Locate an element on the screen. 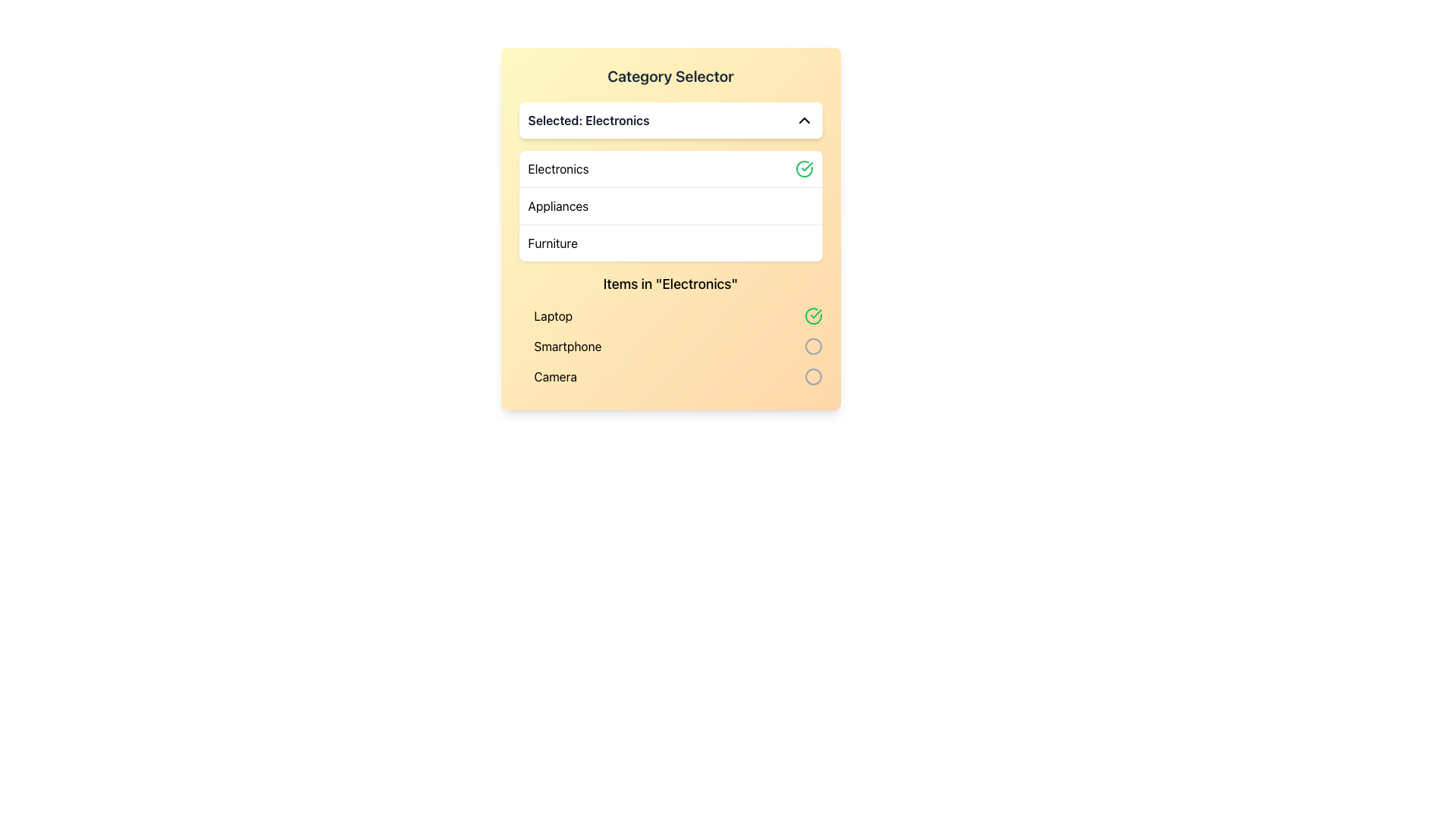 Image resolution: width=1456 pixels, height=819 pixels. to select the 'Camera' item from the list in the 'Electronics' section, which is the last item in the vertical list of options is located at coordinates (677, 376).